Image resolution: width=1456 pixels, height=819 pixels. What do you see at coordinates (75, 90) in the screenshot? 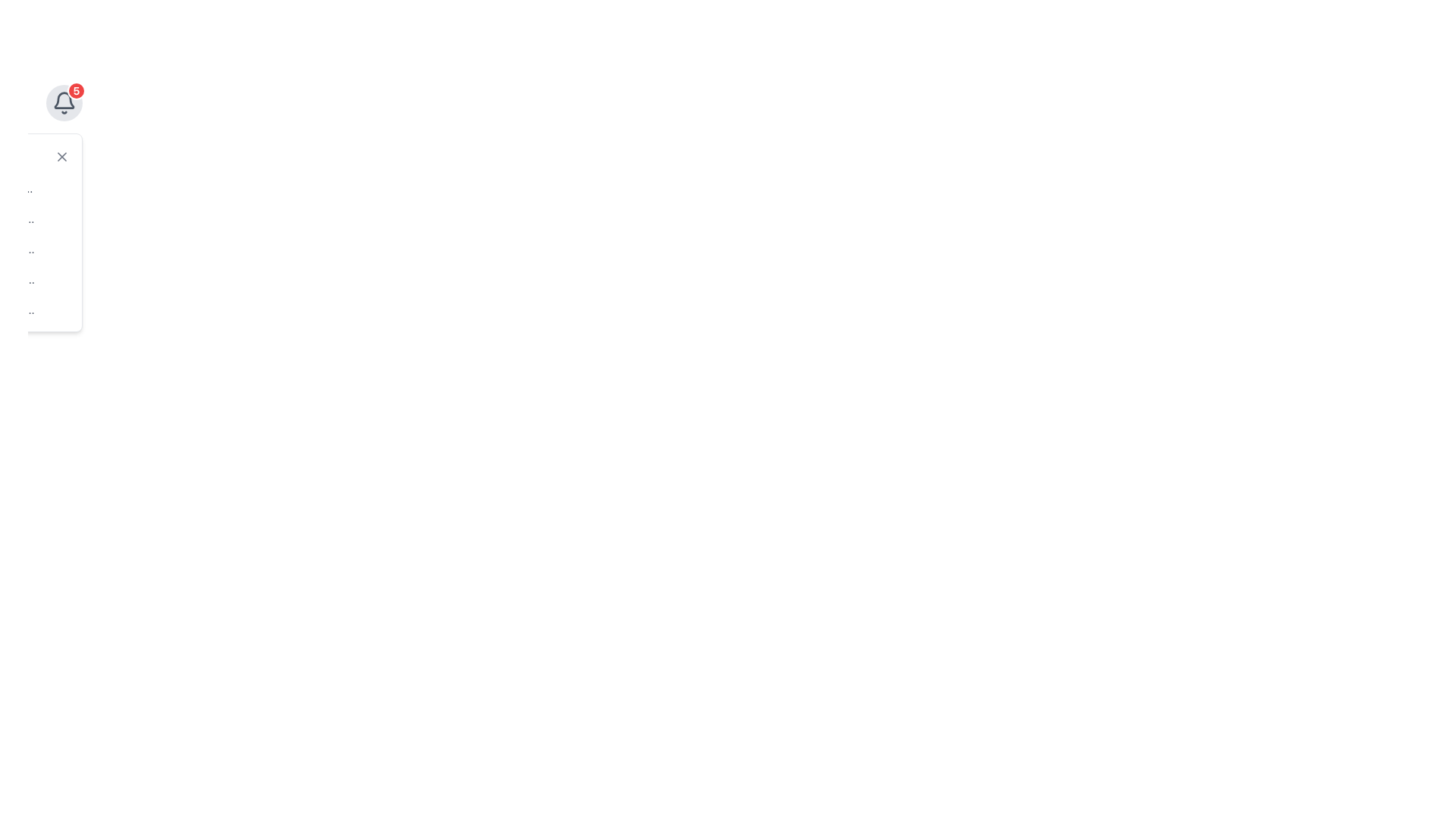
I see `the small circular badge with a red background and white text '5' that is positioned at the top-right corner of a larger circular button with a bell icon` at bounding box center [75, 90].